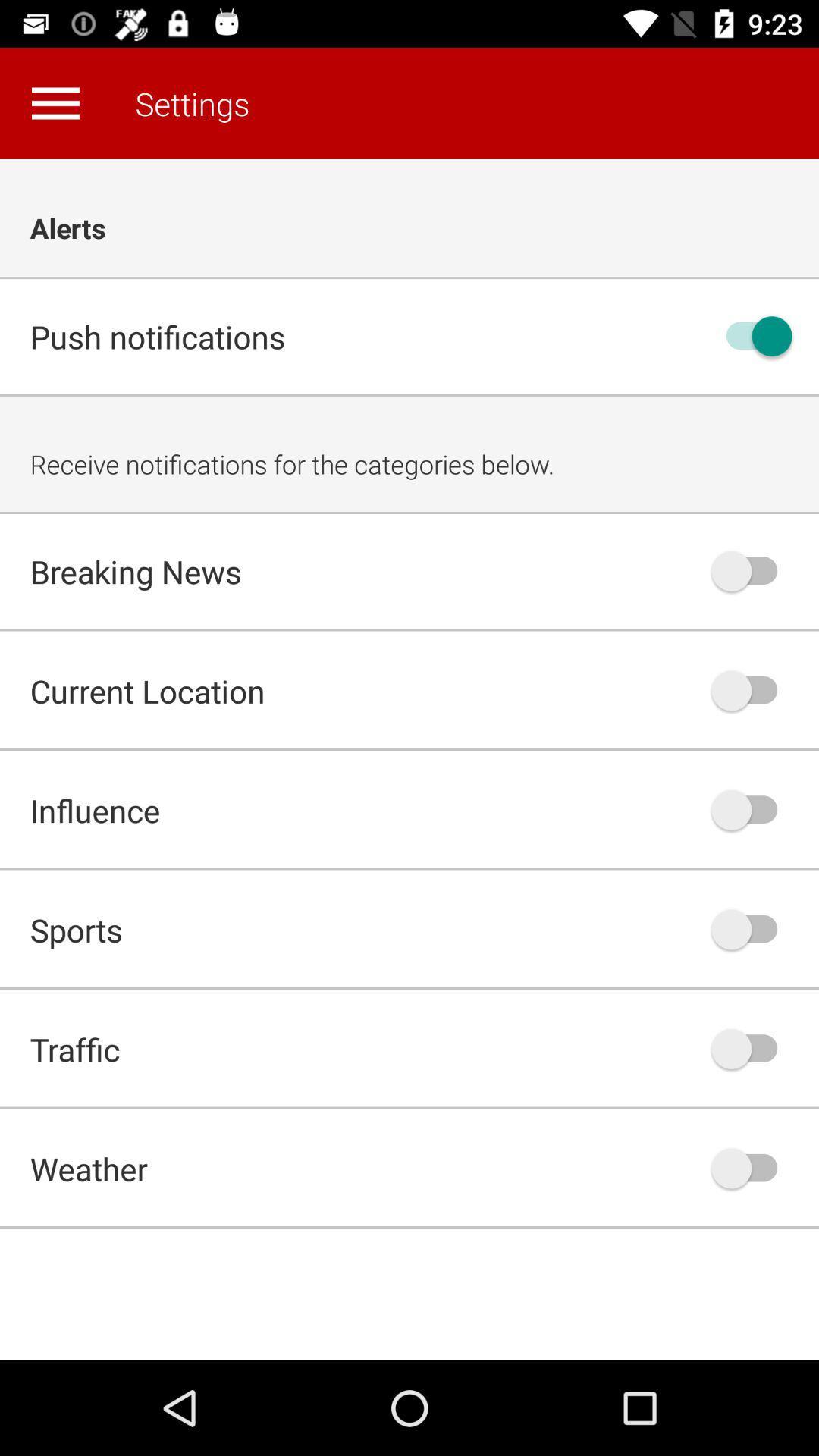 The image size is (819, 1456). I want to click on weather notification option, so click(752, 1167).